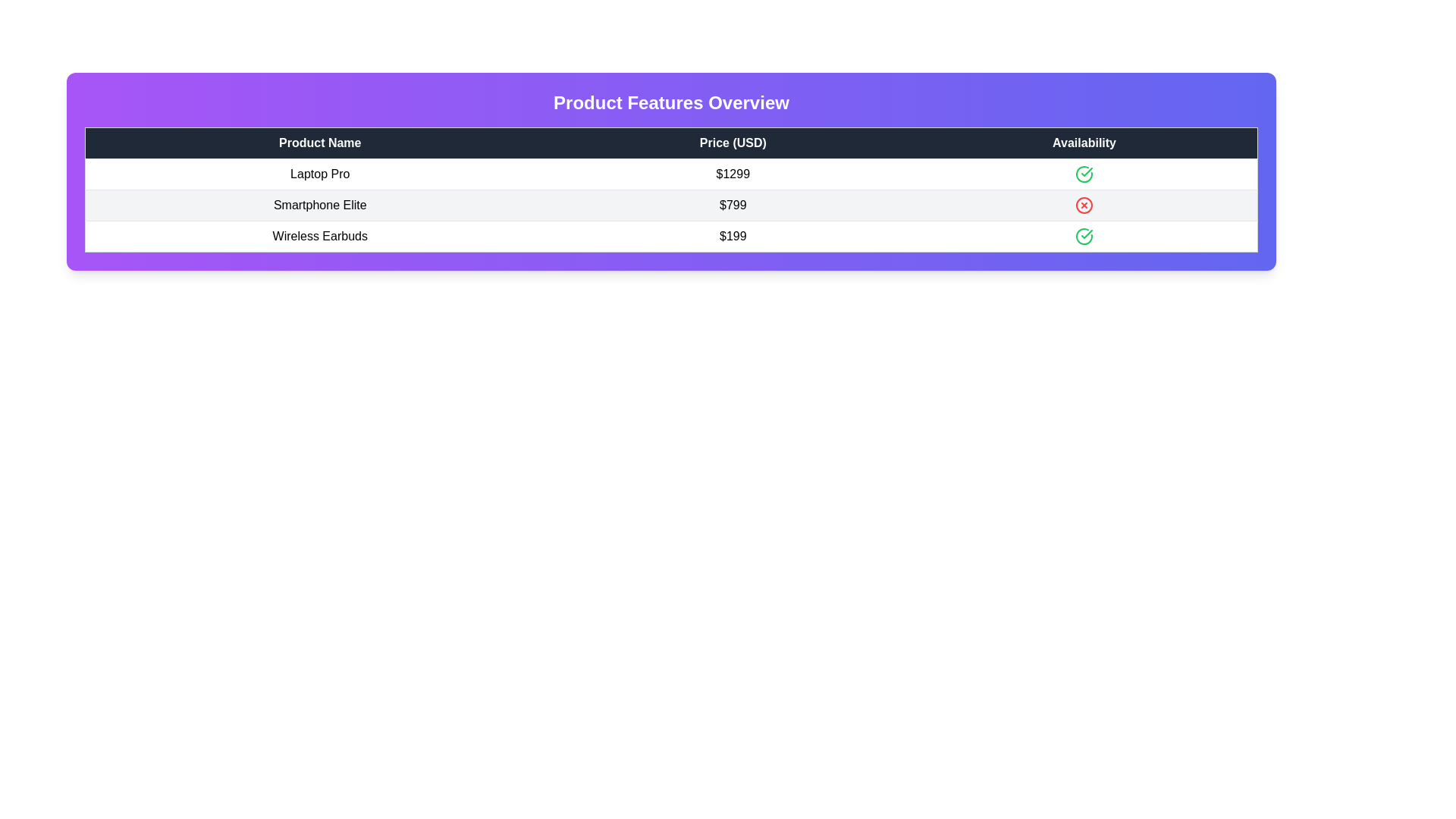  What do you see at coordinates (1086, 171) in the screenshot?
I see `the checkmark icon representing successful status for 'Wireless Earbuds' in the 'Availability' column of the table` at bounding box center [1086, 171].